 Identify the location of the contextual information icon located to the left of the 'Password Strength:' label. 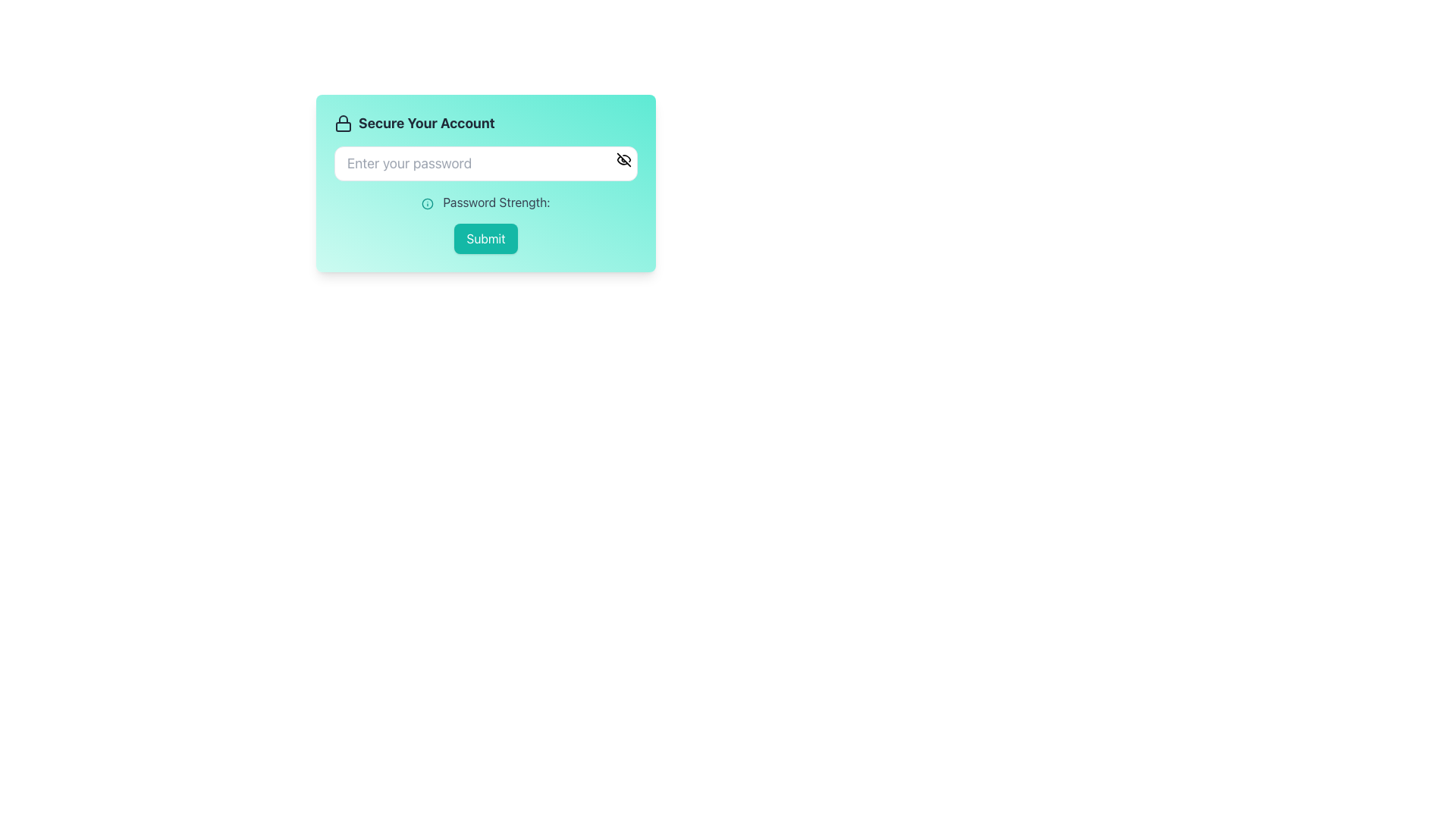
(427, 202).